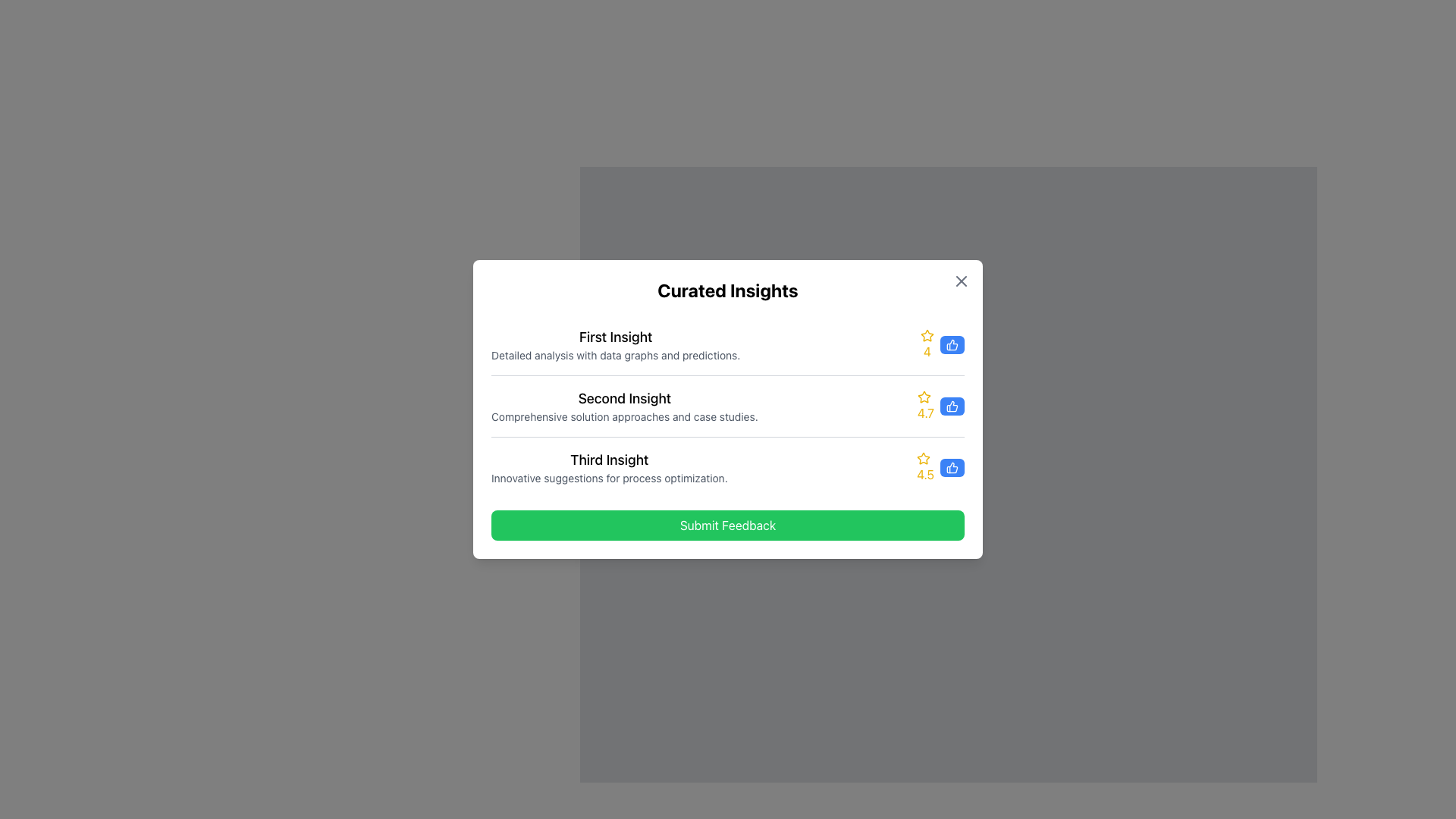  Describe the element at coordinates (940, 406) in the screenshot. I see `the thumbs-up icon of the Interactive Rating Component positioned as the second rating in the list of insights, aligned horizontally with 'Second Insight'` at that location.